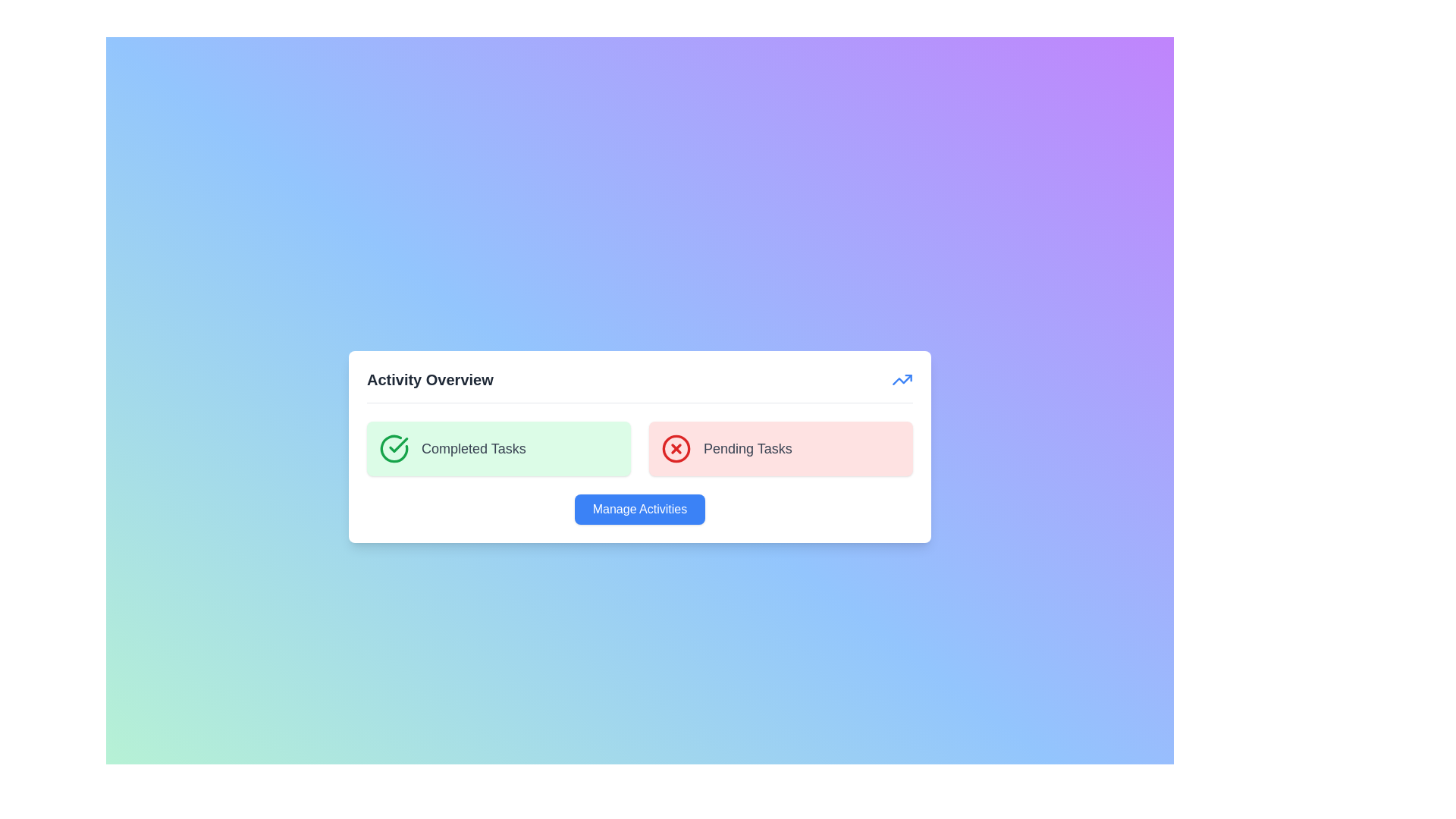  I want to click on the completion status indicator icon located in the 'Completed Tasks' section of the 'Activity Overview' card, so click(394, 447).